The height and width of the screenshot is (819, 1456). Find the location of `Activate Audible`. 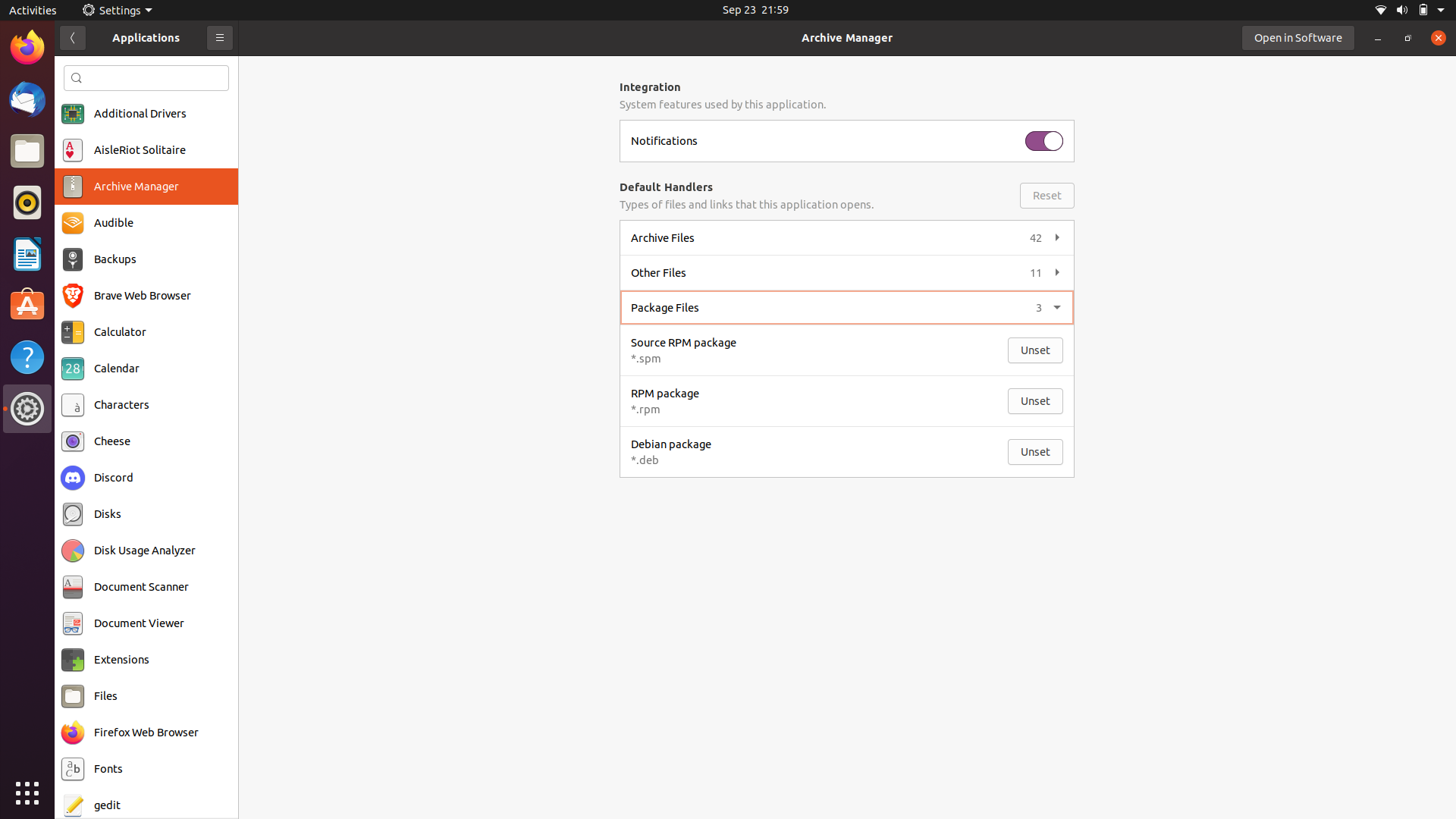

Activate Audible is located at coordinates (146, 223).